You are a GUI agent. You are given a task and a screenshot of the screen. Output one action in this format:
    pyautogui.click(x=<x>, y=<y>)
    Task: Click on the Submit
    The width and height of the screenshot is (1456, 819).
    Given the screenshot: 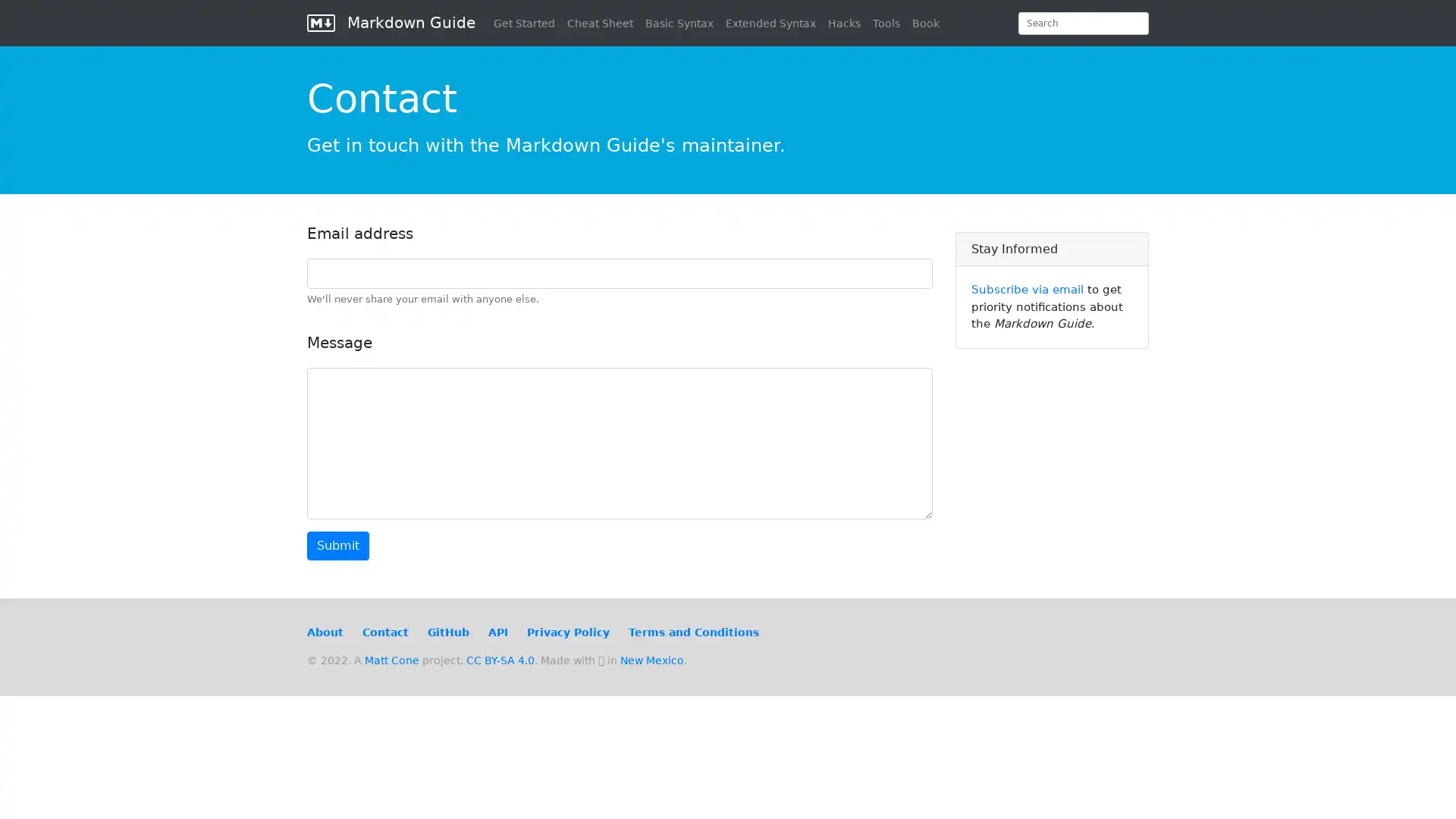 What is the action you would take?
    pyautogui.click(x=337, y=546)
    